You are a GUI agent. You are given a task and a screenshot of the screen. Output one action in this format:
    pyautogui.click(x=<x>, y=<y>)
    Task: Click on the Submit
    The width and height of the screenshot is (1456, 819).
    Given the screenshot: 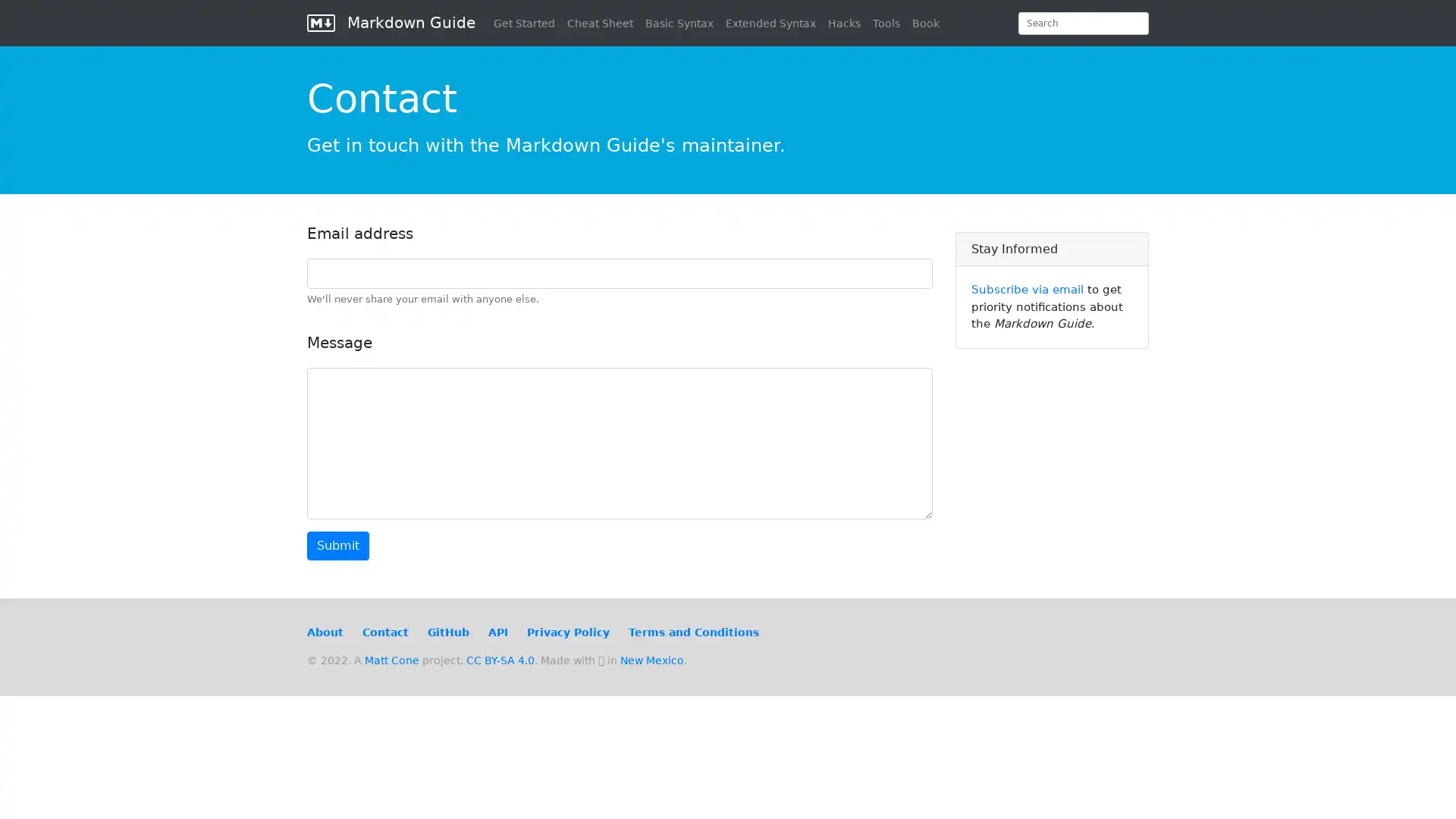 What is the action you would take?
    pyautogui.click(x=337, y=546)
    